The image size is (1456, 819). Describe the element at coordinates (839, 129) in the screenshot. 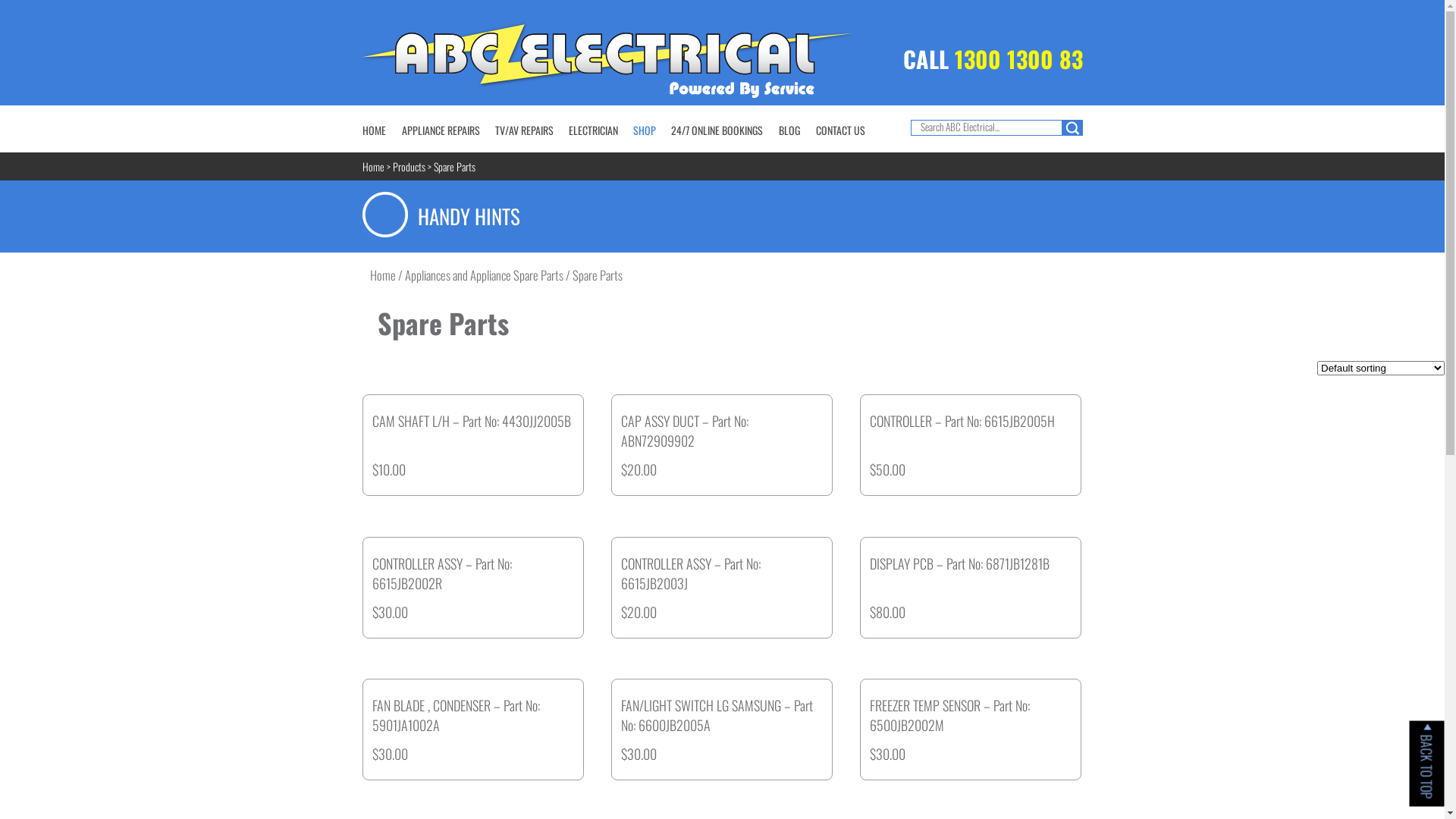

I see `'CONTACT US'` at that location.